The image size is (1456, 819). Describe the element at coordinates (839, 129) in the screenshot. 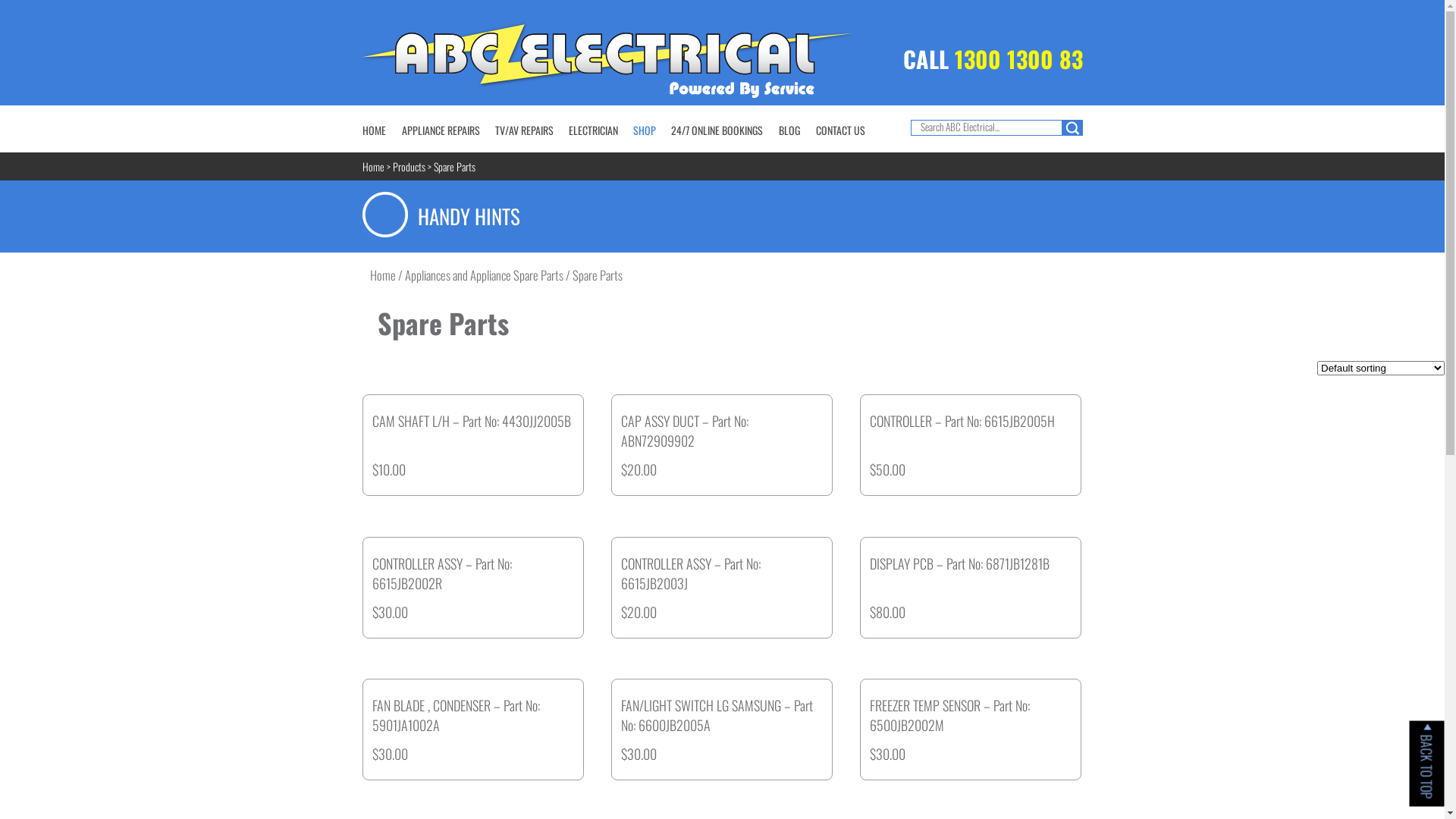

I see `'CONTACT US'` at that location.